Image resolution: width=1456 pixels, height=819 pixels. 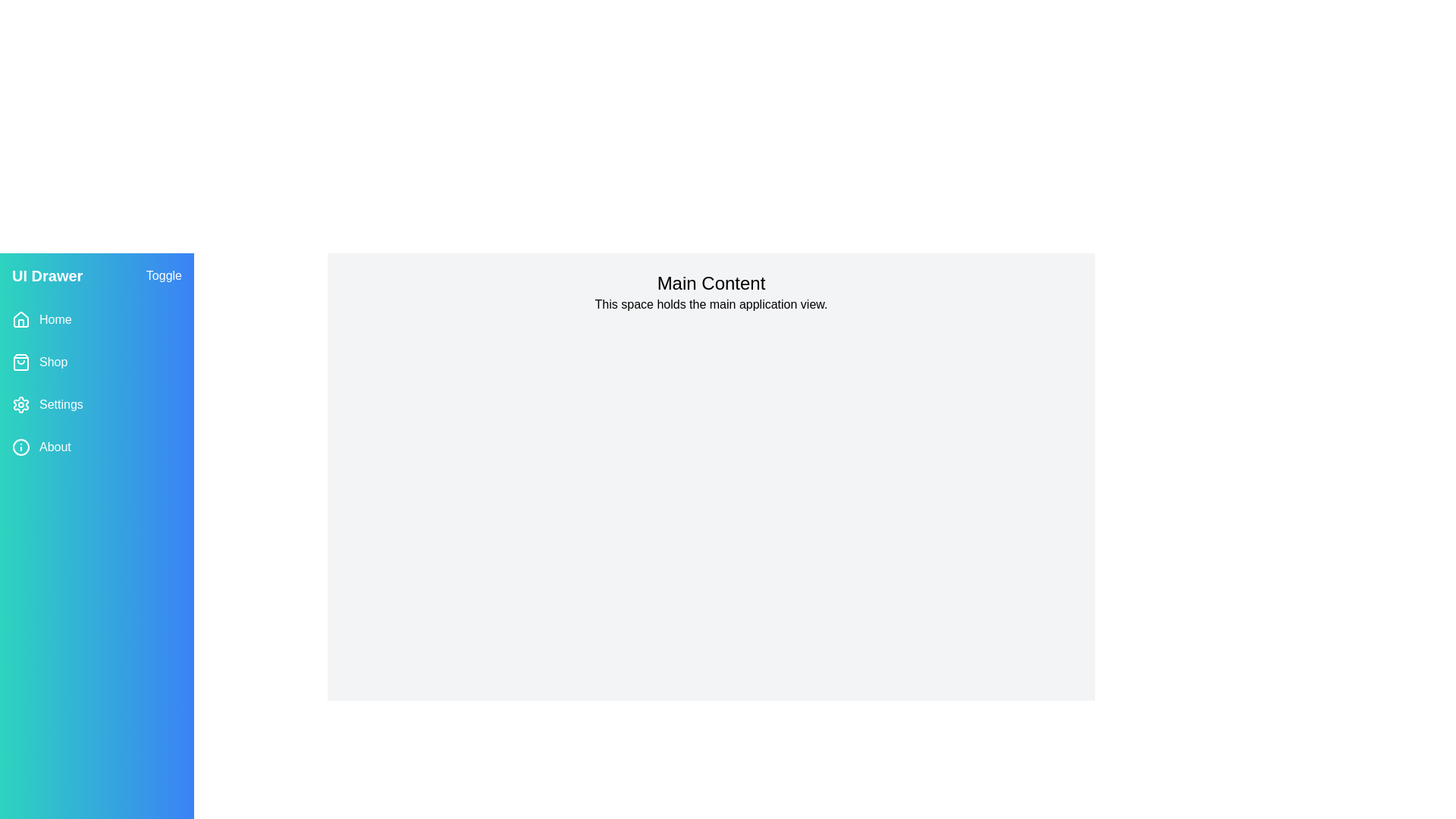 I want to click on the menu item Settings from the drawer, so click(x=96, y=403).